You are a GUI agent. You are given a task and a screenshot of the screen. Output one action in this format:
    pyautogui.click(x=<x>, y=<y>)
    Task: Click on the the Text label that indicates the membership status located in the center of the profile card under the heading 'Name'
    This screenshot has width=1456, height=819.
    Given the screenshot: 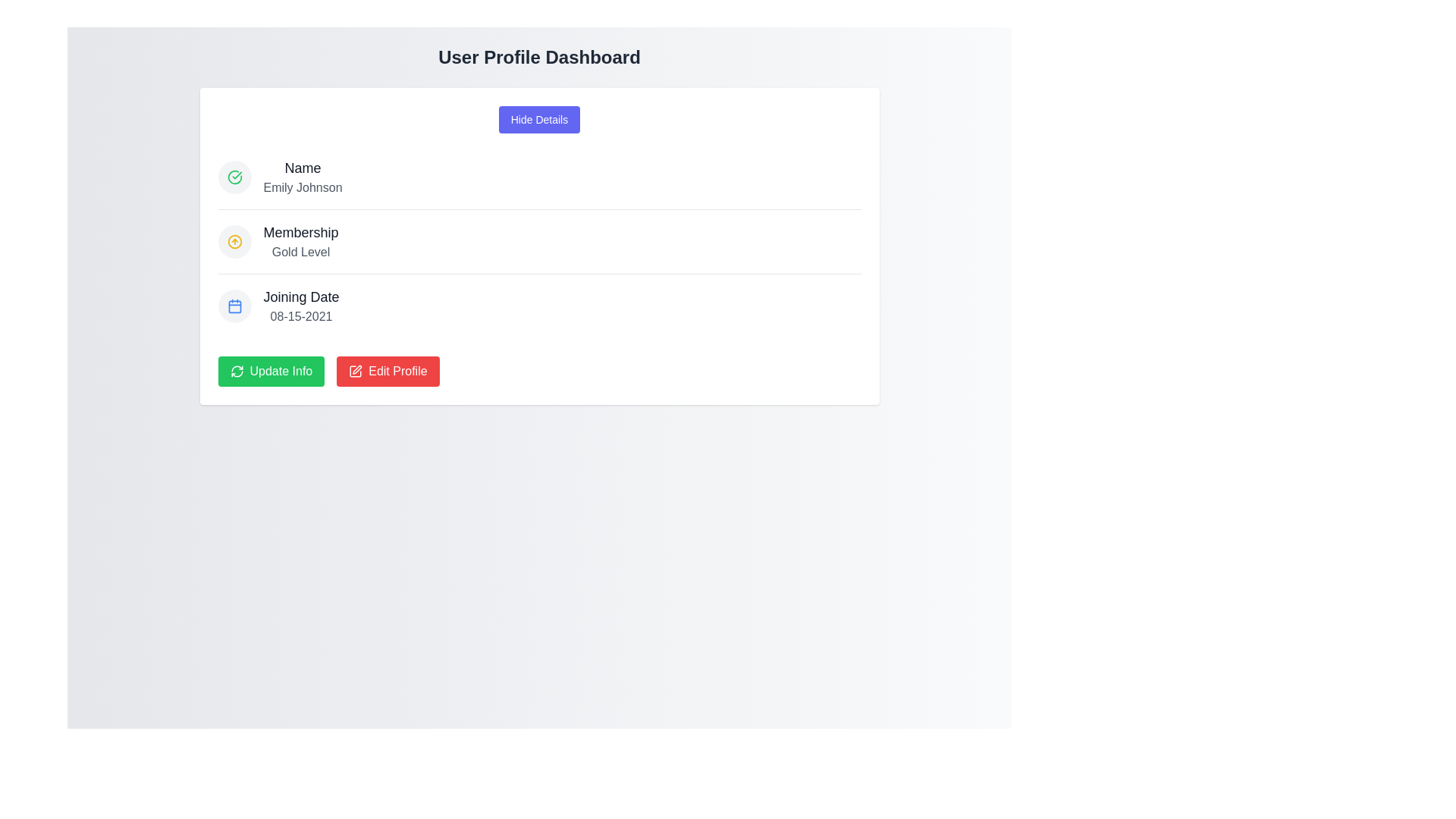 What is the action you would take?
    pyautogui.click(x=301, y=233)
    